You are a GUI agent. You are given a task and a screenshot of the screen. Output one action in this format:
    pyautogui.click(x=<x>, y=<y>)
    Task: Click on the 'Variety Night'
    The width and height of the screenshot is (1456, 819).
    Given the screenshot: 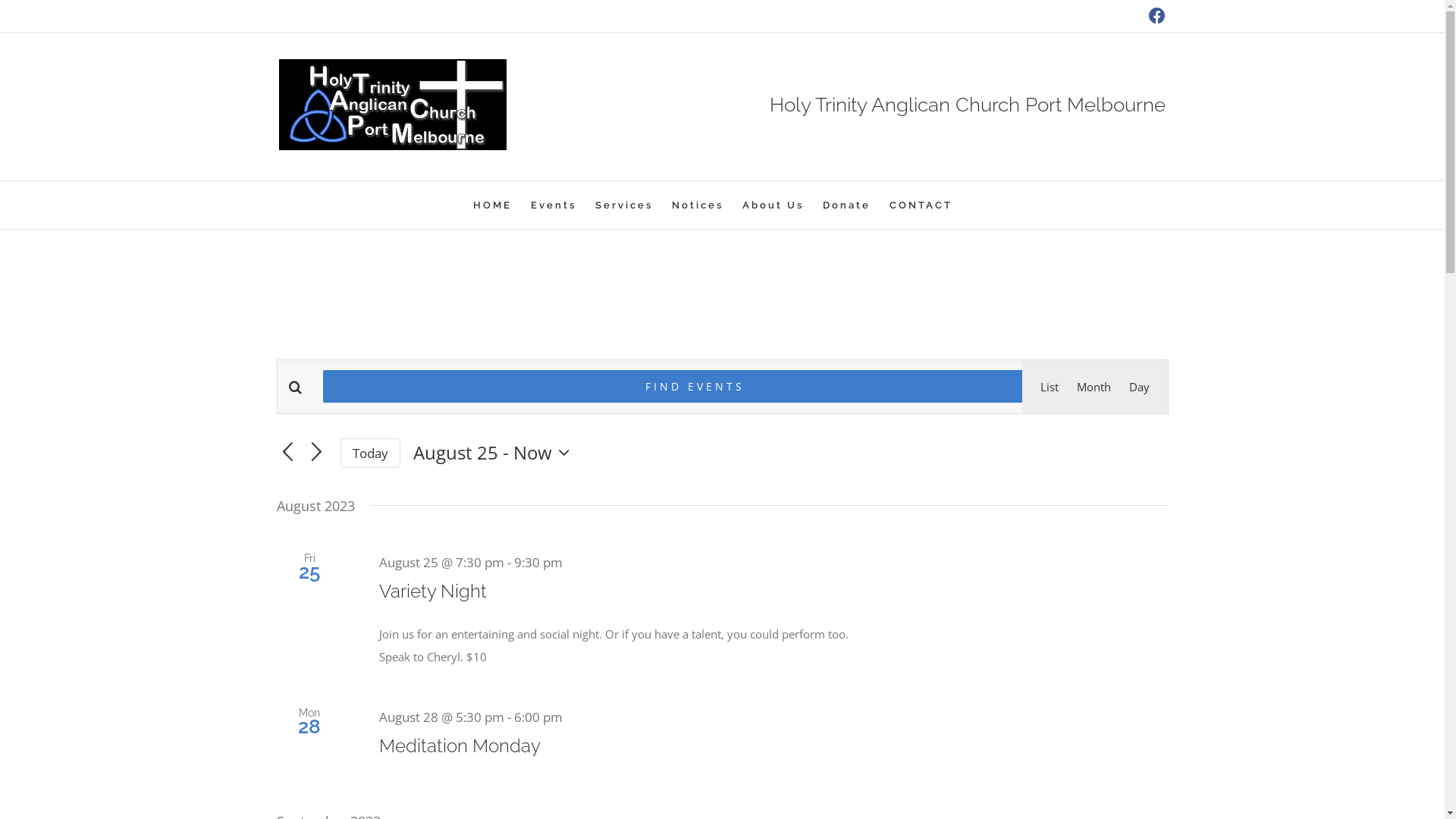 What is the action you would take?
    pyautogui.click(x=432, y=590)
    